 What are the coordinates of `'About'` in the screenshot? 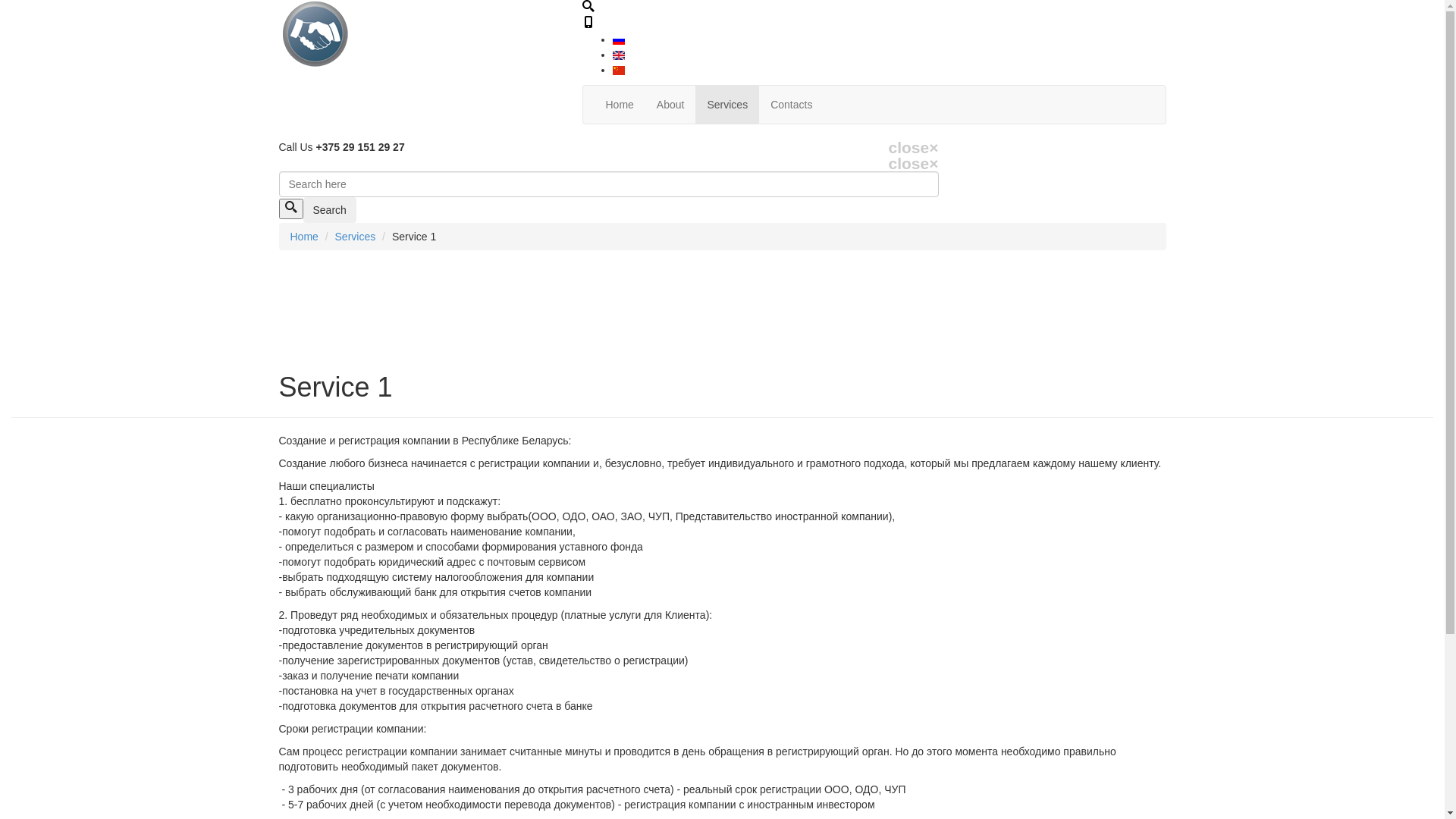 It's located at (670, 104).